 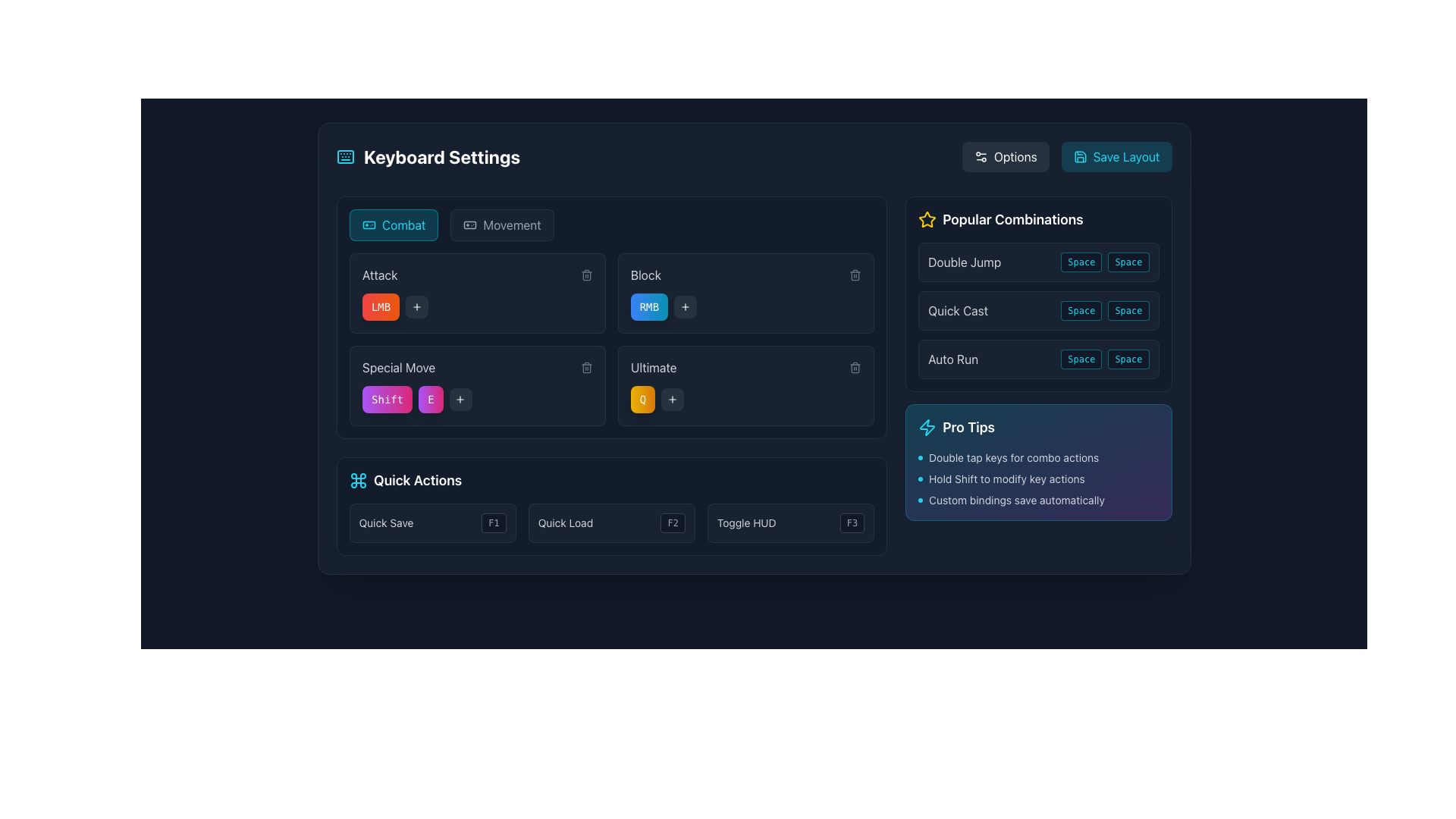 I want to click on informational text label 'Custom bindings save automatically' located at the bottom of the 'Pro Tips' list, which is accompanied by a small cyan circular icon, so click(x=1037, y=500).